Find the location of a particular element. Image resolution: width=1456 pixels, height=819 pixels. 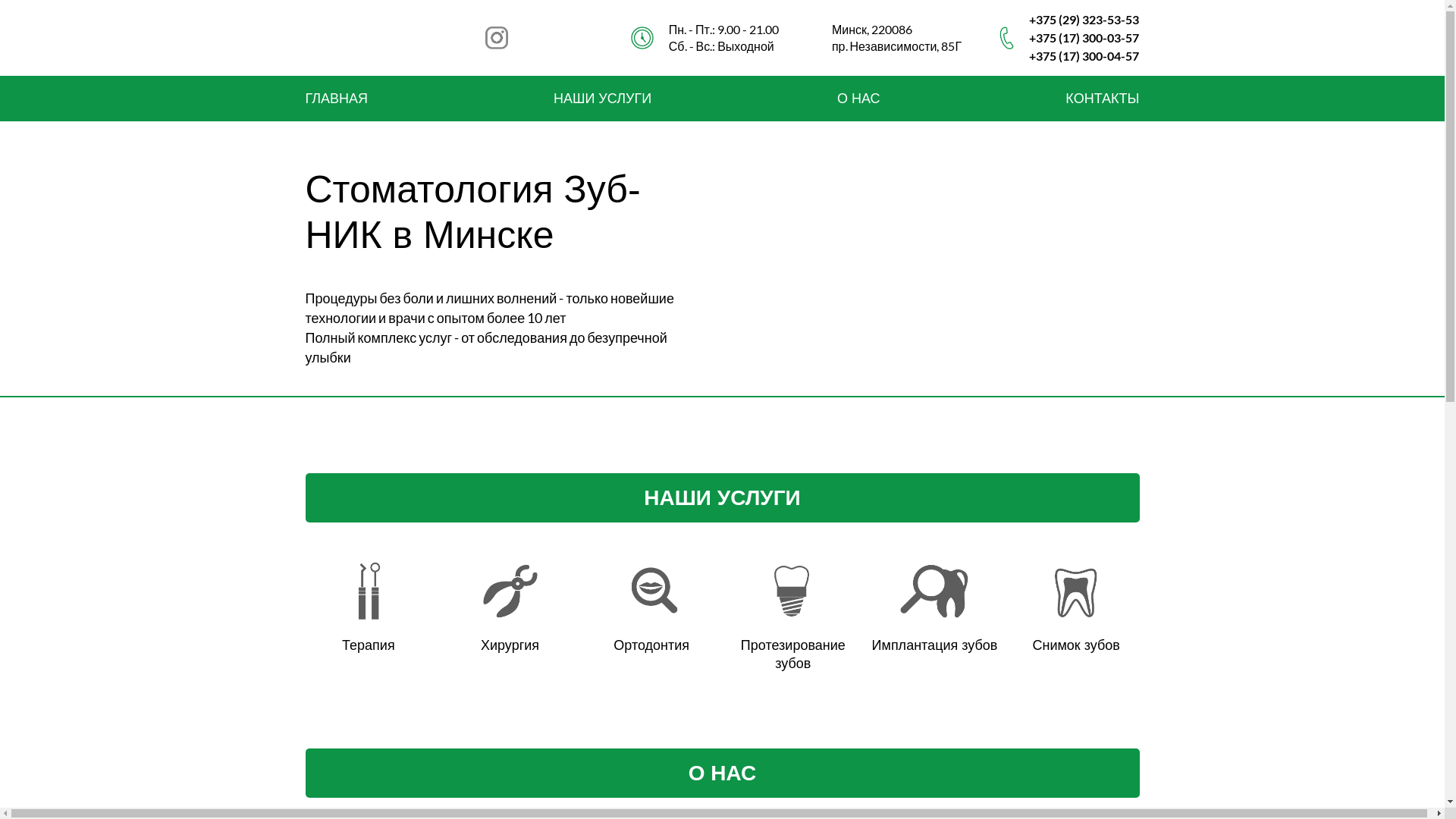

'+375 (17) 300-04-57' is located at coordinates (1083, 55).